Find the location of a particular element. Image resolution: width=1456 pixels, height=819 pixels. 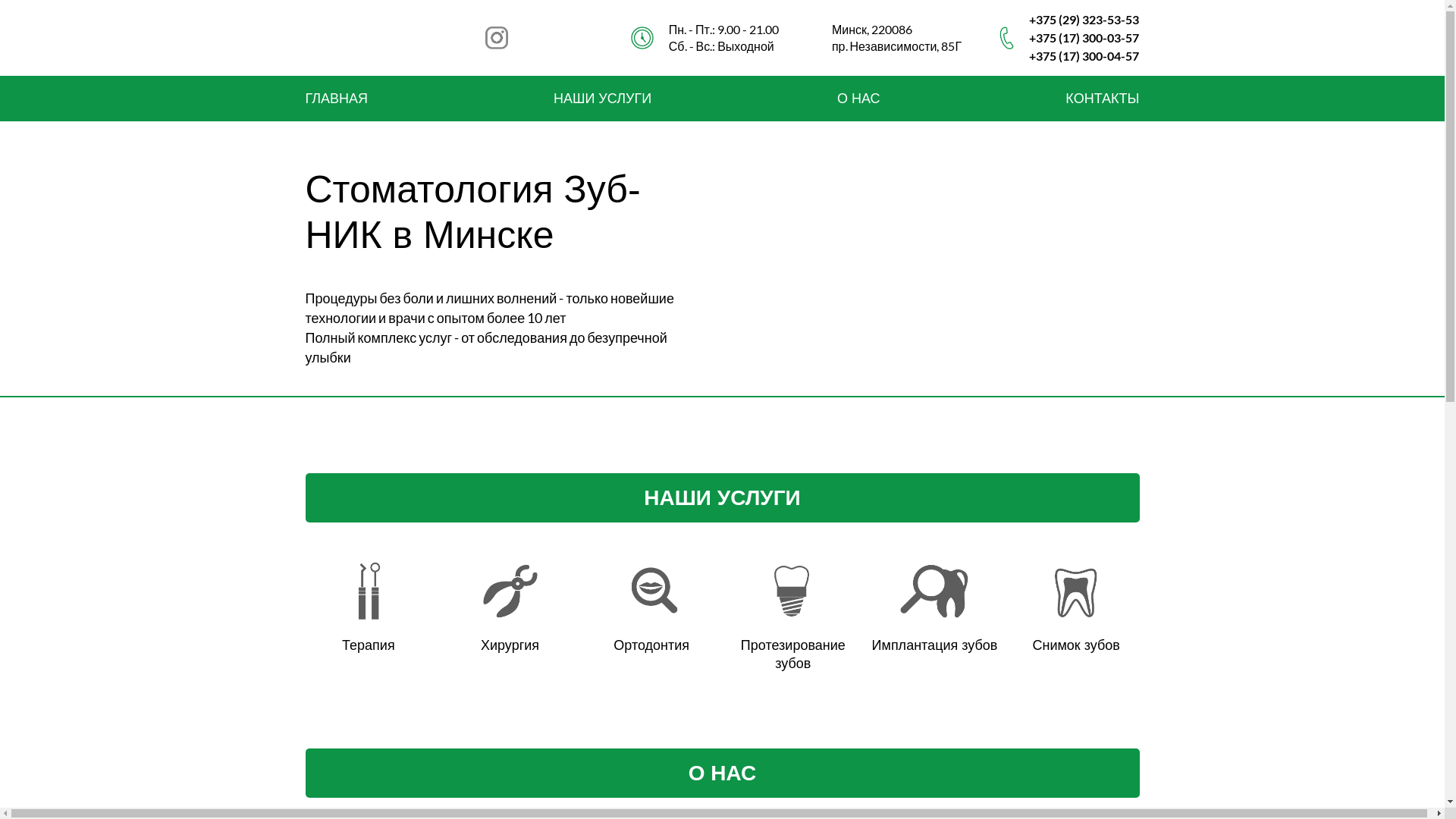

'+375 (17) 300-04-57' is located at coordinates (1083, 55).